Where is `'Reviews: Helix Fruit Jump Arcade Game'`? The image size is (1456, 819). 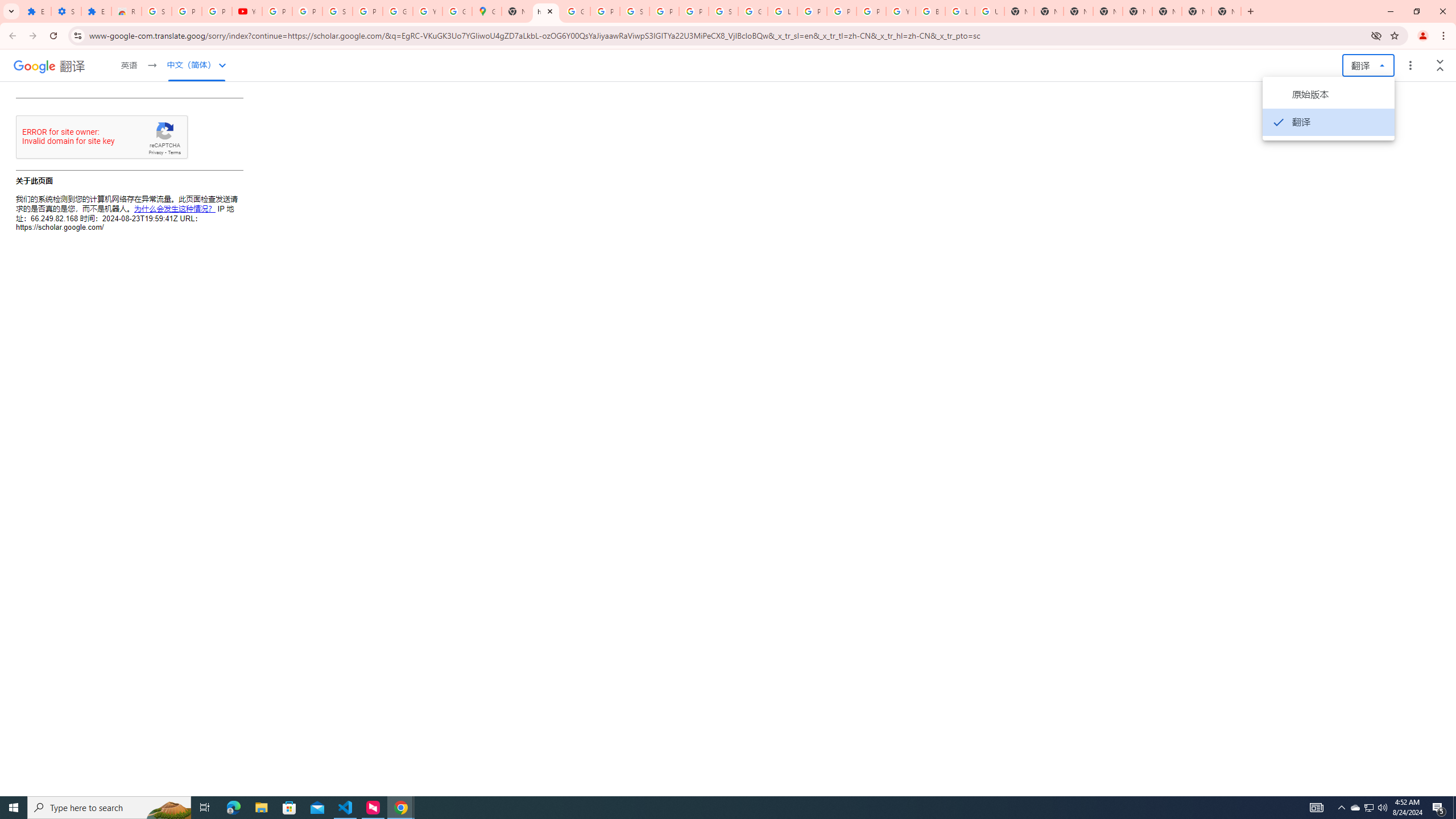
'Reviews: Helix Fruit Jump Arcade Game' is located at coordinates (126, 11).